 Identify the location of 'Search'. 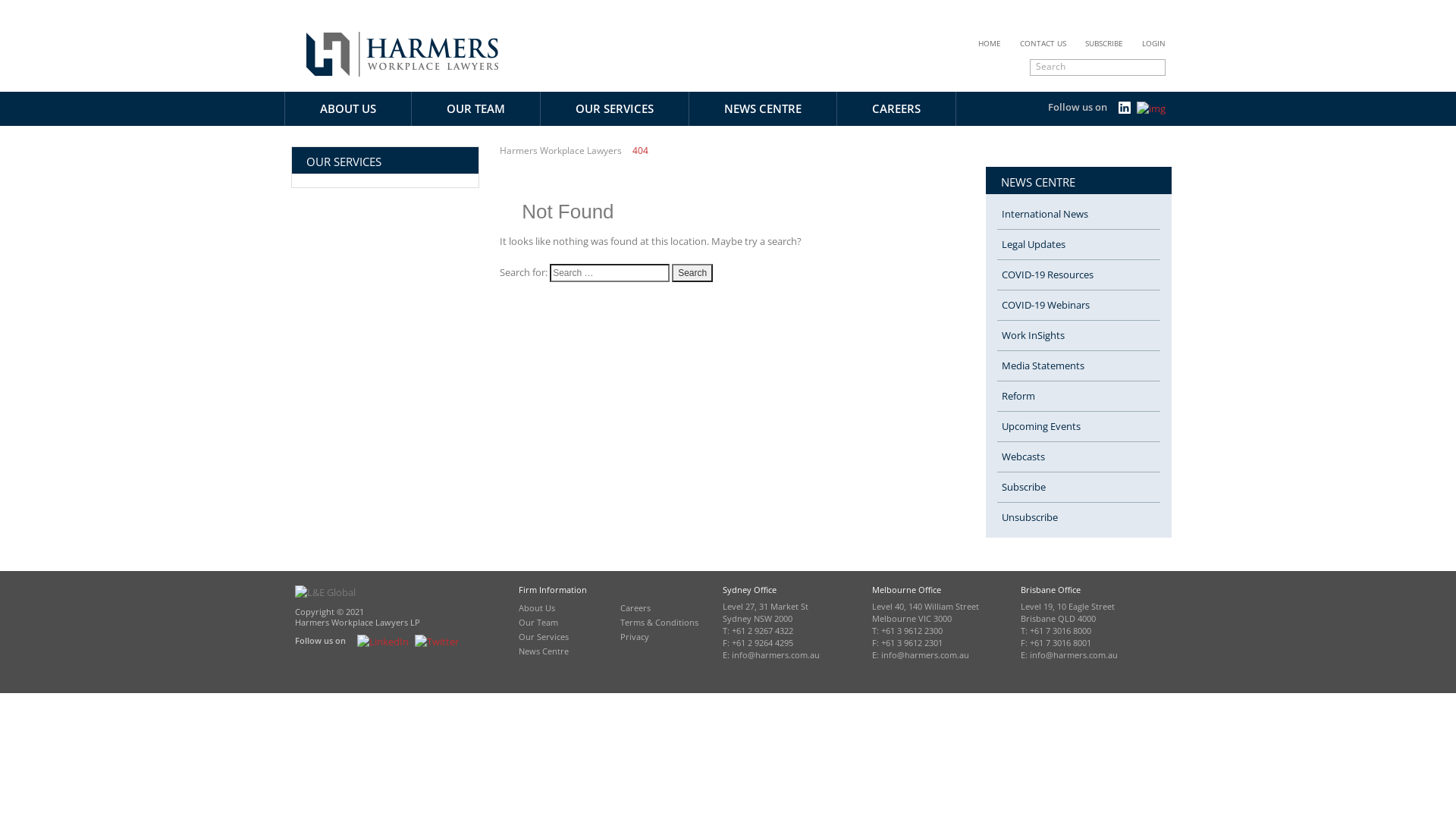
(691, 271).